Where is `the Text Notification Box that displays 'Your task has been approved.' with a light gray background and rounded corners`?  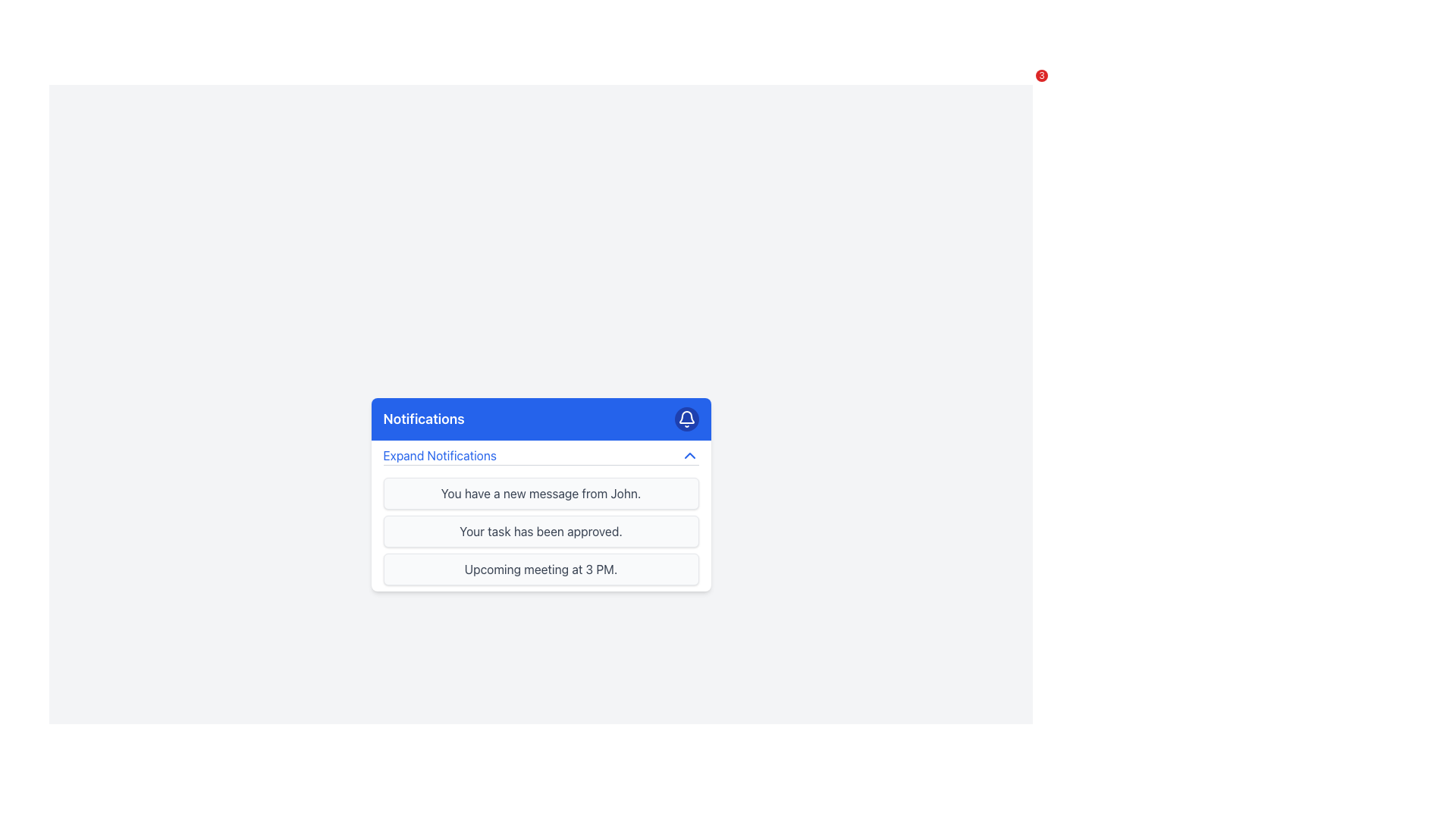 the Text Notification Box that displays 'Your task has been approved.' with a light gray background and rounded corners is located at coordinates (541, 530).